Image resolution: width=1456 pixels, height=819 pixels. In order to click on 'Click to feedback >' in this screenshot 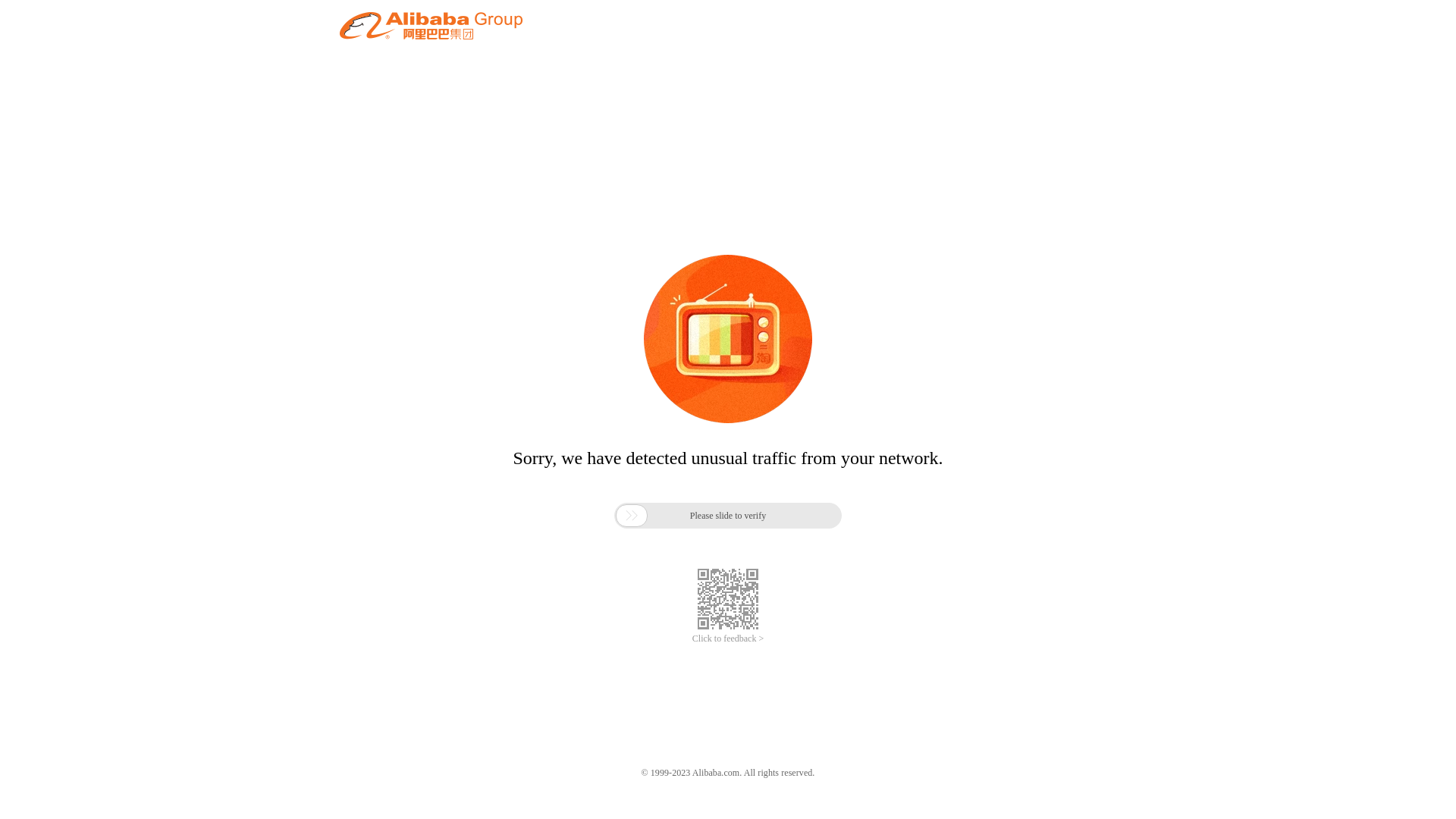, I will do `click(728, 639)`.